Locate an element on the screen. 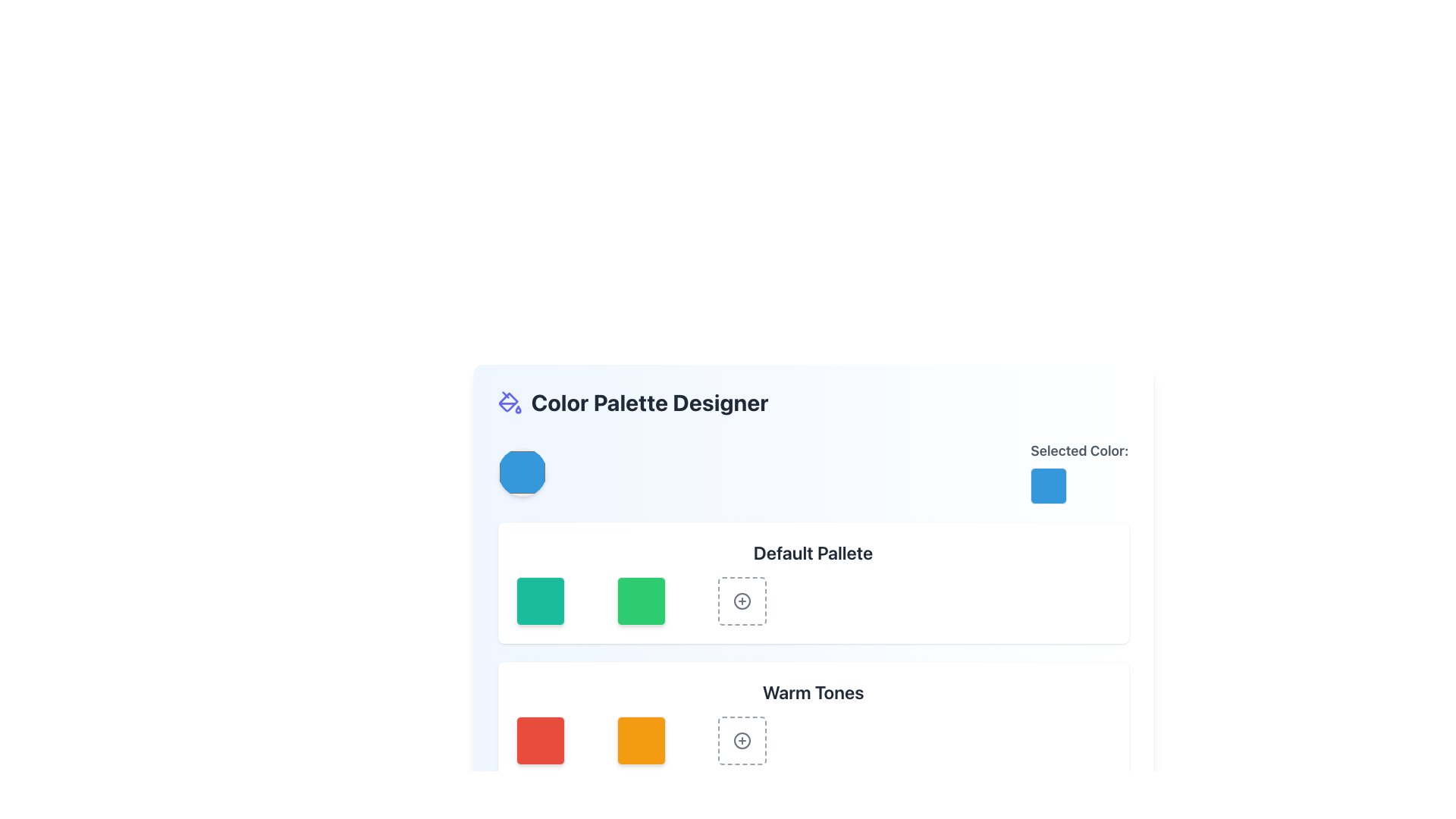 The width and height of the screenshot is (1456, 819). the first square block with a green fill in the 'Default Palette' section is located at coordinates (560, 601).